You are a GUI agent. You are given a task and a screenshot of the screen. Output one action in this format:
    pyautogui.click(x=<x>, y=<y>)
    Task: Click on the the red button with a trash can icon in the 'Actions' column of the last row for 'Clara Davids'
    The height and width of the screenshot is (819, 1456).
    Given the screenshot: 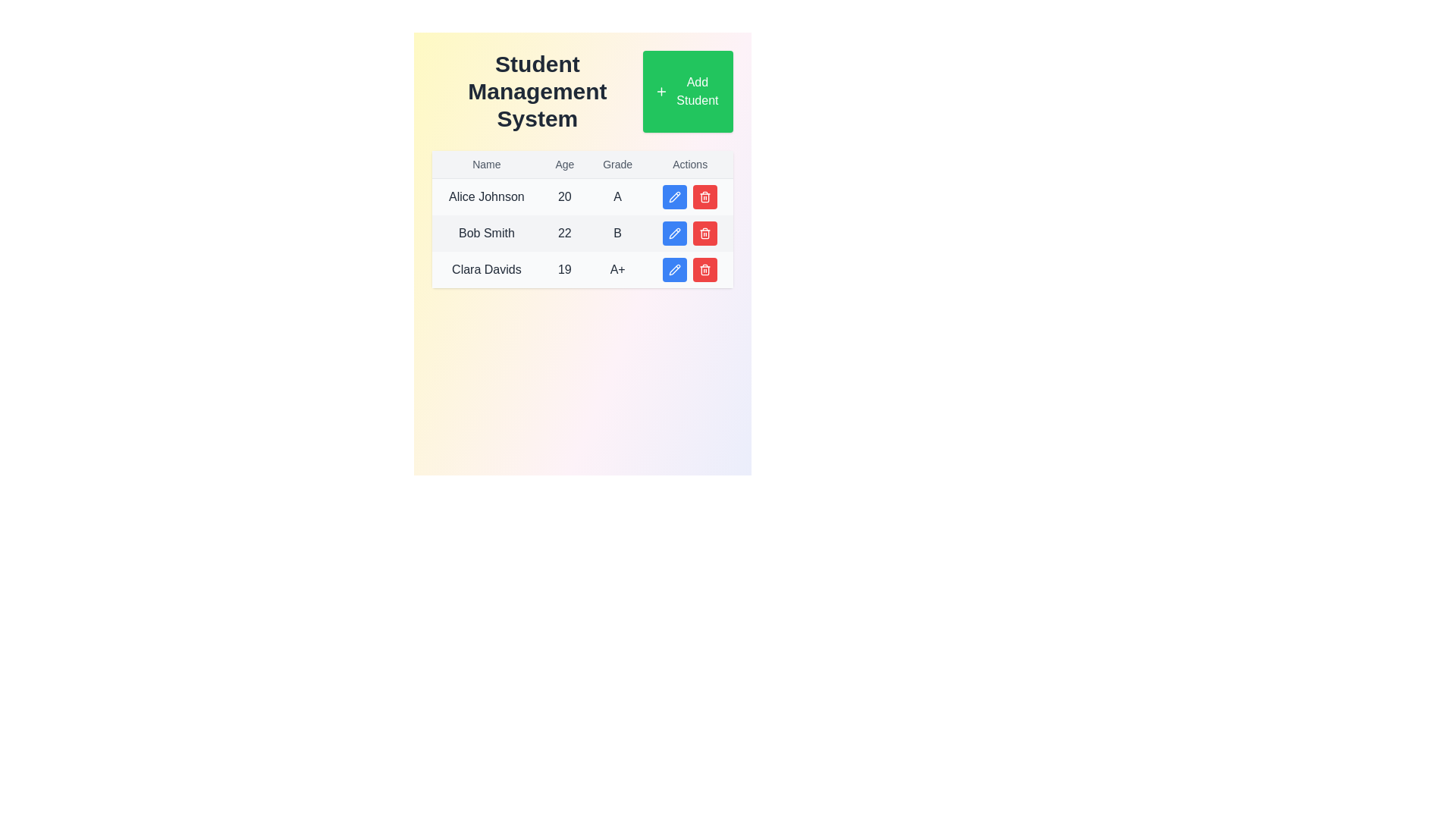 What is the action you would take?
    pyautogui.click(x=704, y=268)
    